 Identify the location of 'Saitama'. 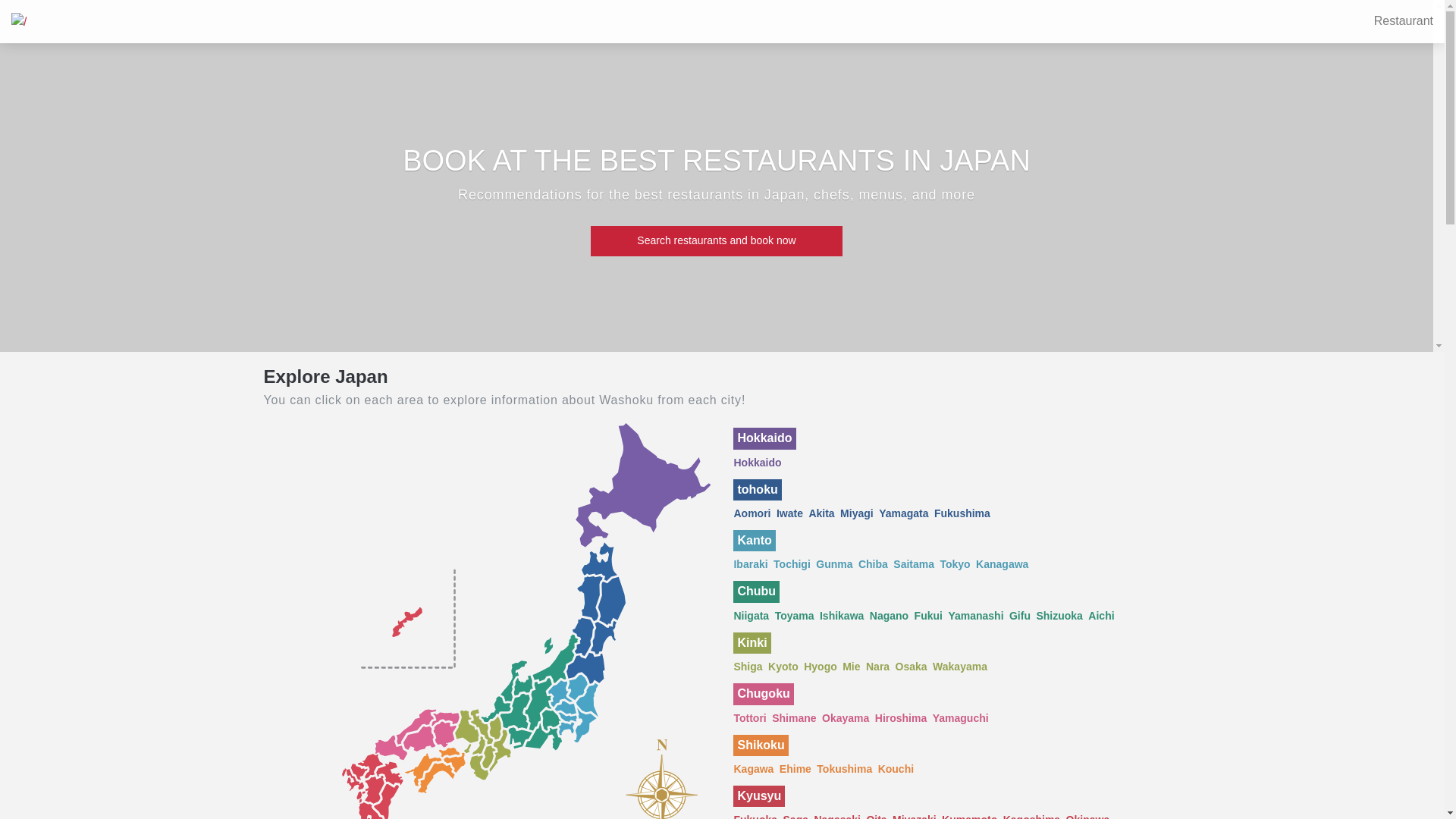
(912, 564).